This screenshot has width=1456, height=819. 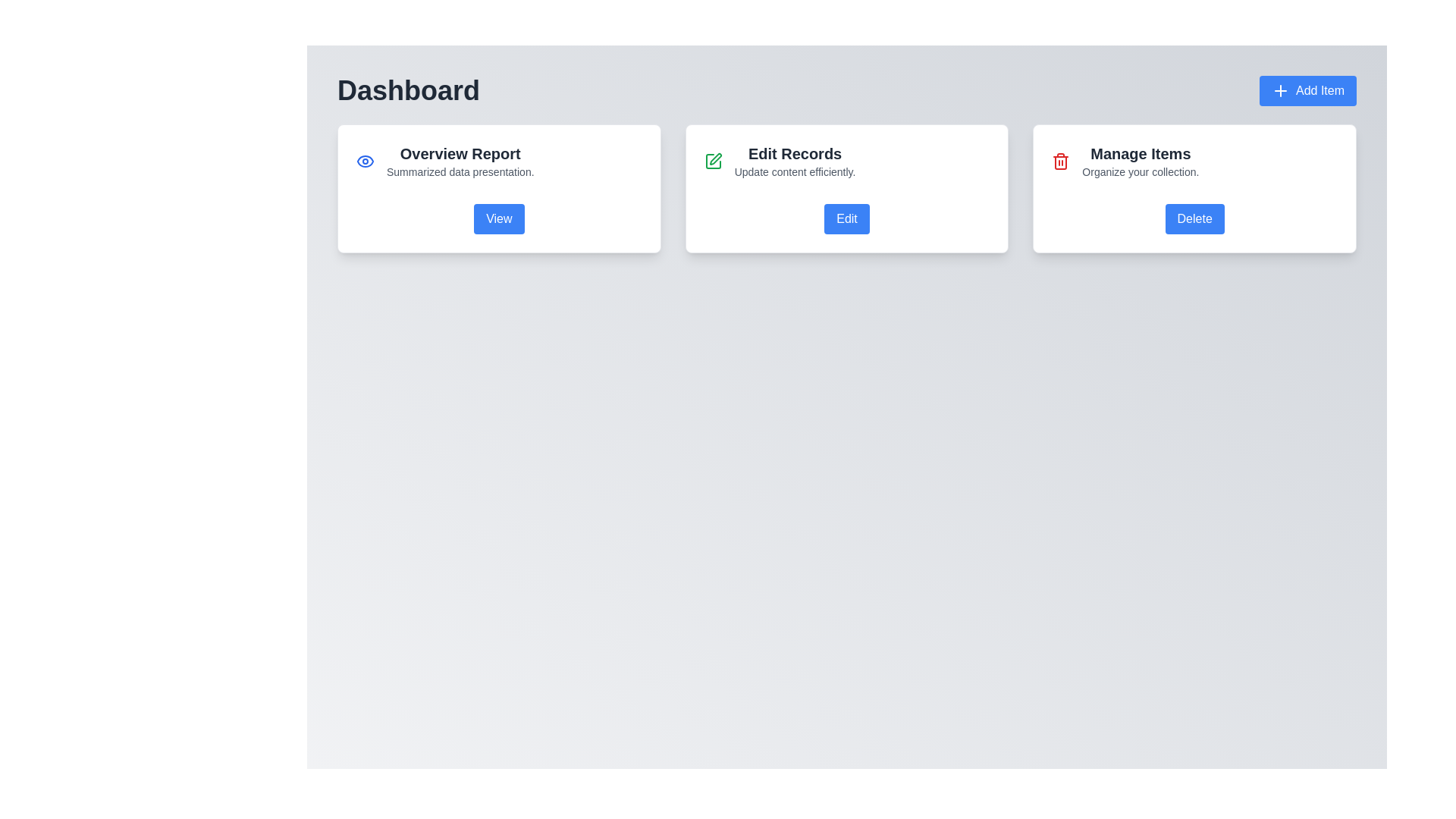 What do you see at coordinates (846, 219) in the screenshot?
I see `the button located at the center of the 'Edit Records' card` at bounding box center [846, 219].